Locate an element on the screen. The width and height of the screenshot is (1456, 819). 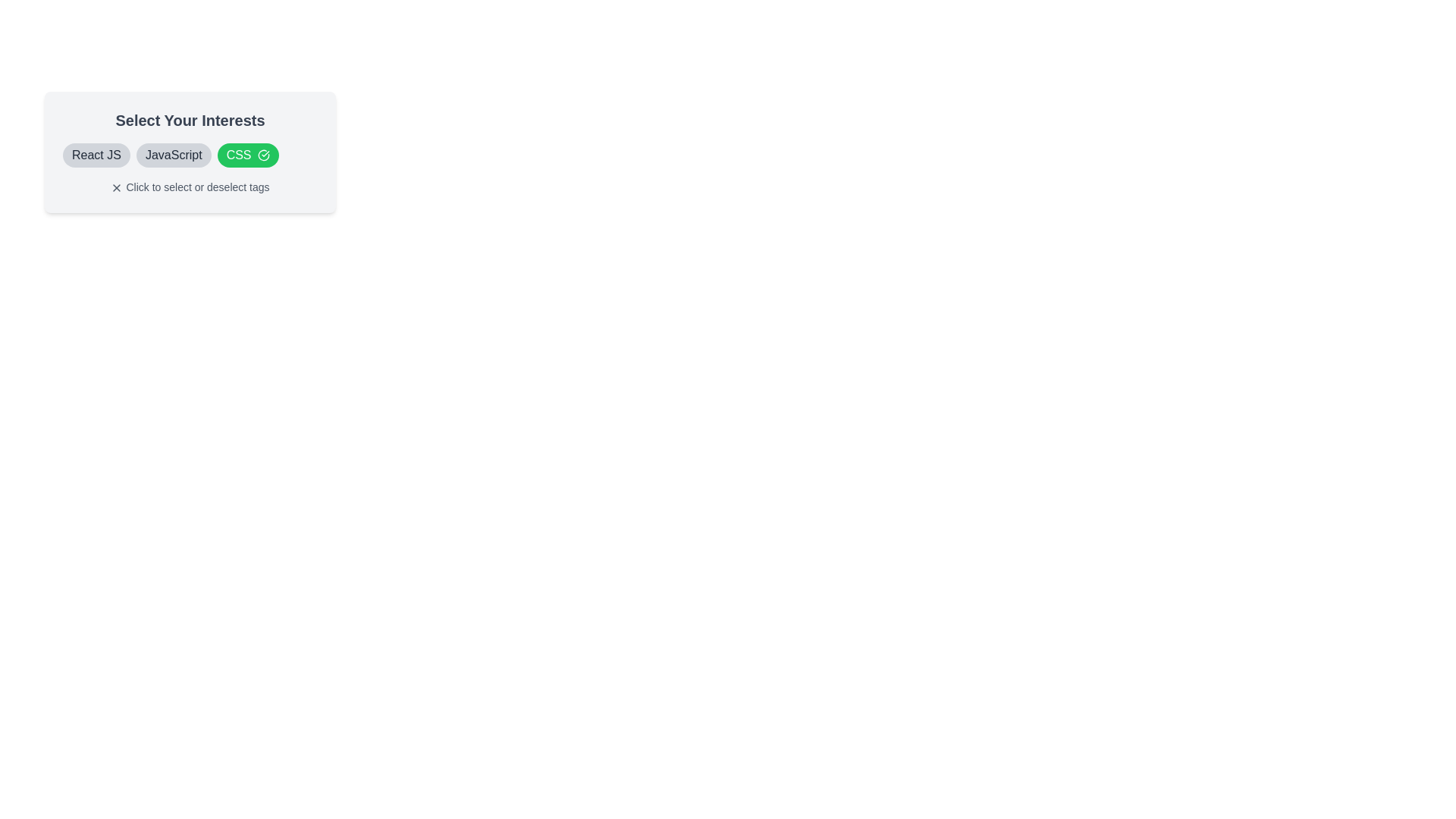
the circular outline shape within the 'lucide-circle-check-big' SVG icon, located to the right of the 'CSS' tag is located at coordinates (263, 155).